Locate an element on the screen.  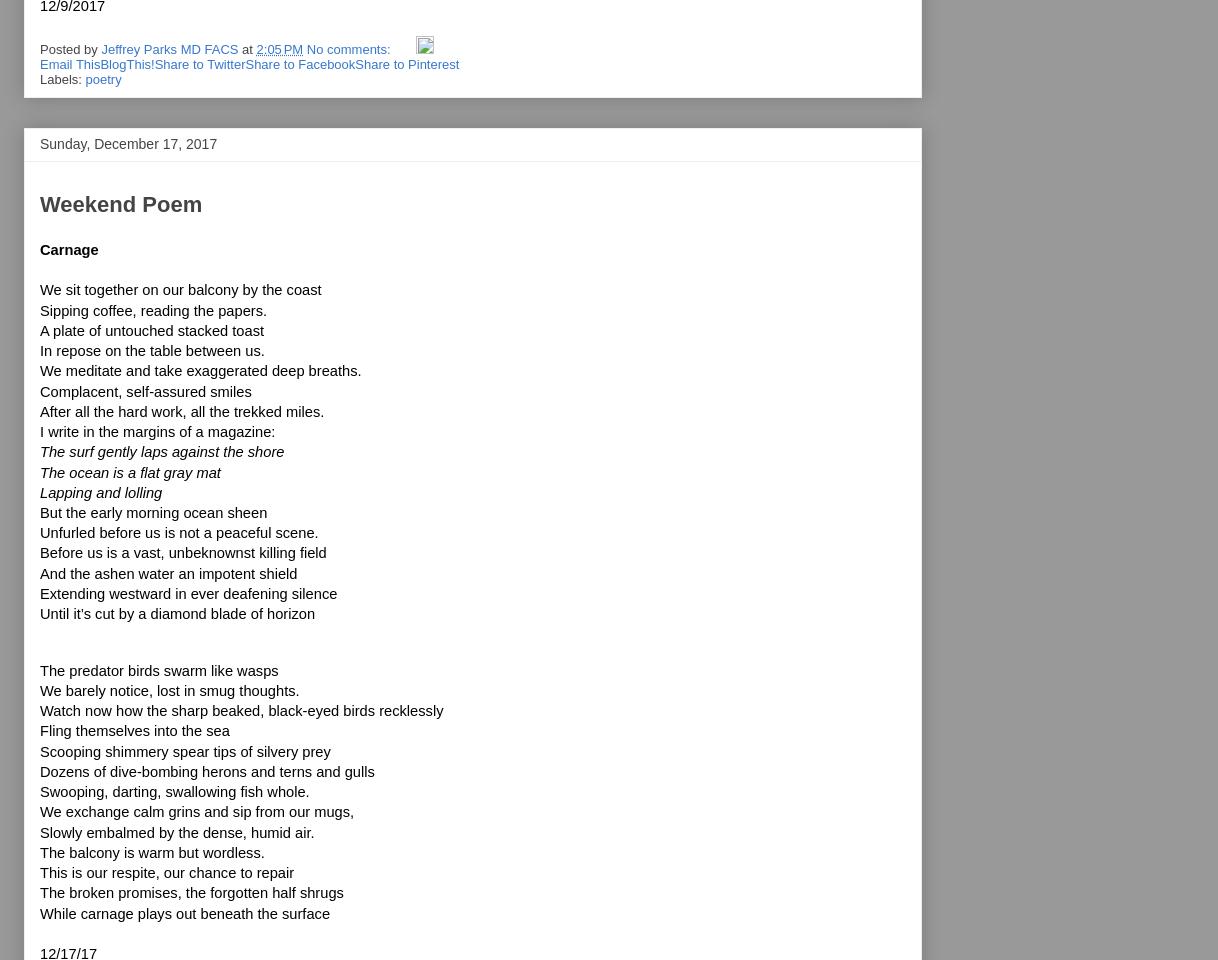
'Scooping shimmery spear tips of silvery prey' is located at coordinates (185, 750).